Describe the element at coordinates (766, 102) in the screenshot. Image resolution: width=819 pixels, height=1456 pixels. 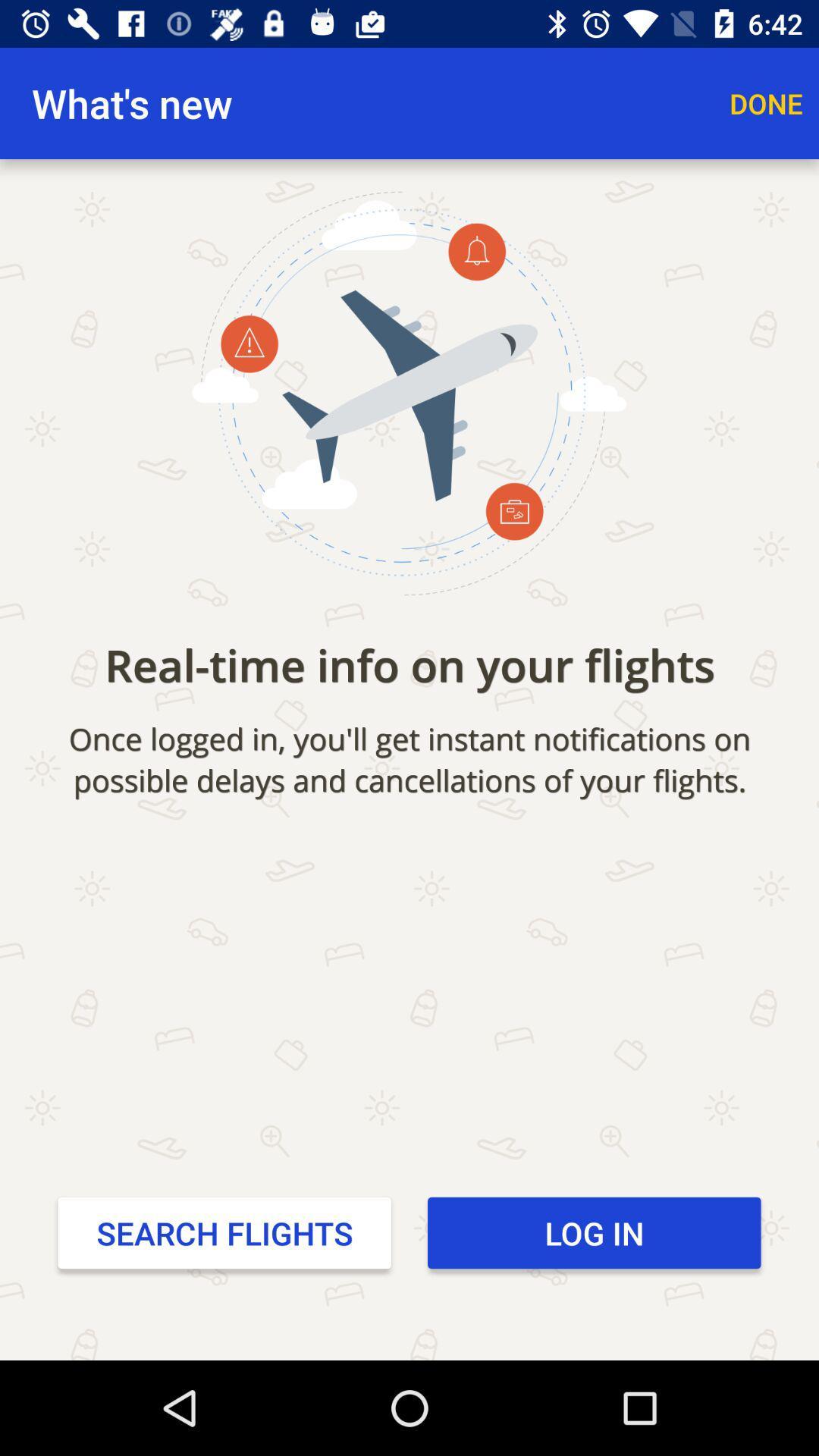
I see `icon next to the what's new item` at that location.